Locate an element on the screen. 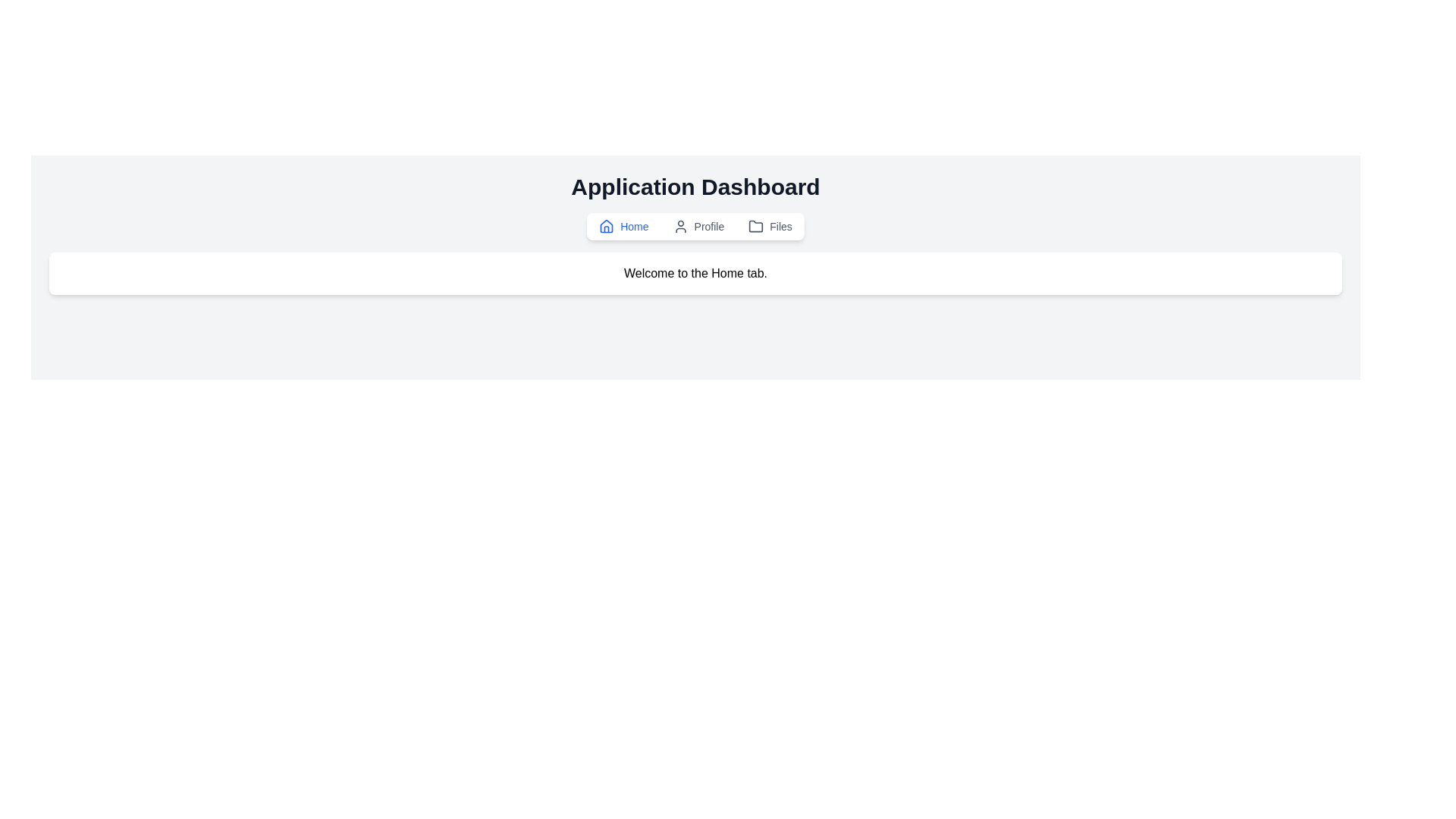  the navigation link labeled 'Files' is located at coordinates (770, 227).